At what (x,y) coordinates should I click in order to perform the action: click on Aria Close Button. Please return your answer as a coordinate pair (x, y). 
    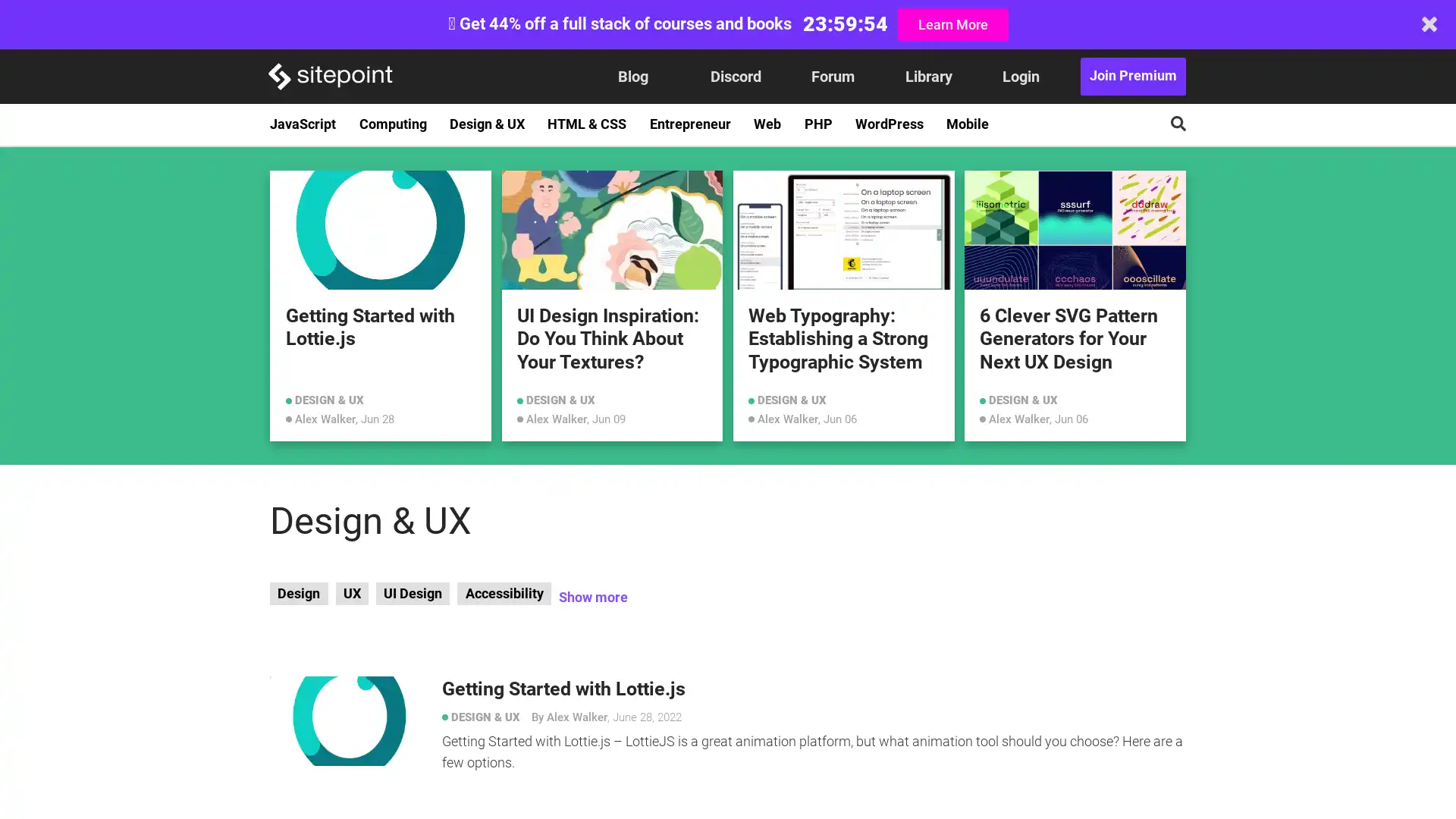
    Looking at the image, I should click on (1429, 24).